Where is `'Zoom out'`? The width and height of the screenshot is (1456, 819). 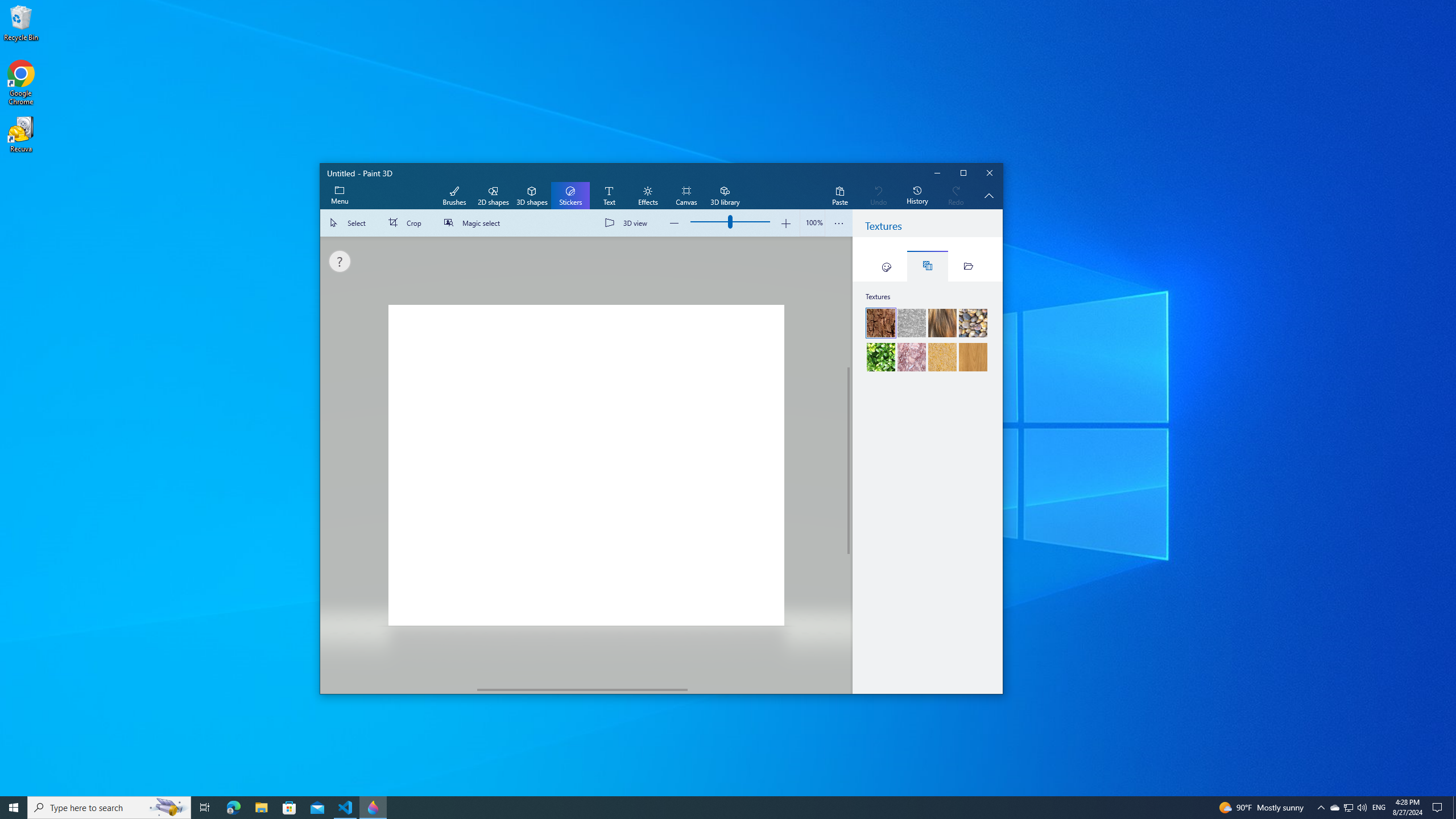 'Zoom out' is located at coordinates (675, 222).